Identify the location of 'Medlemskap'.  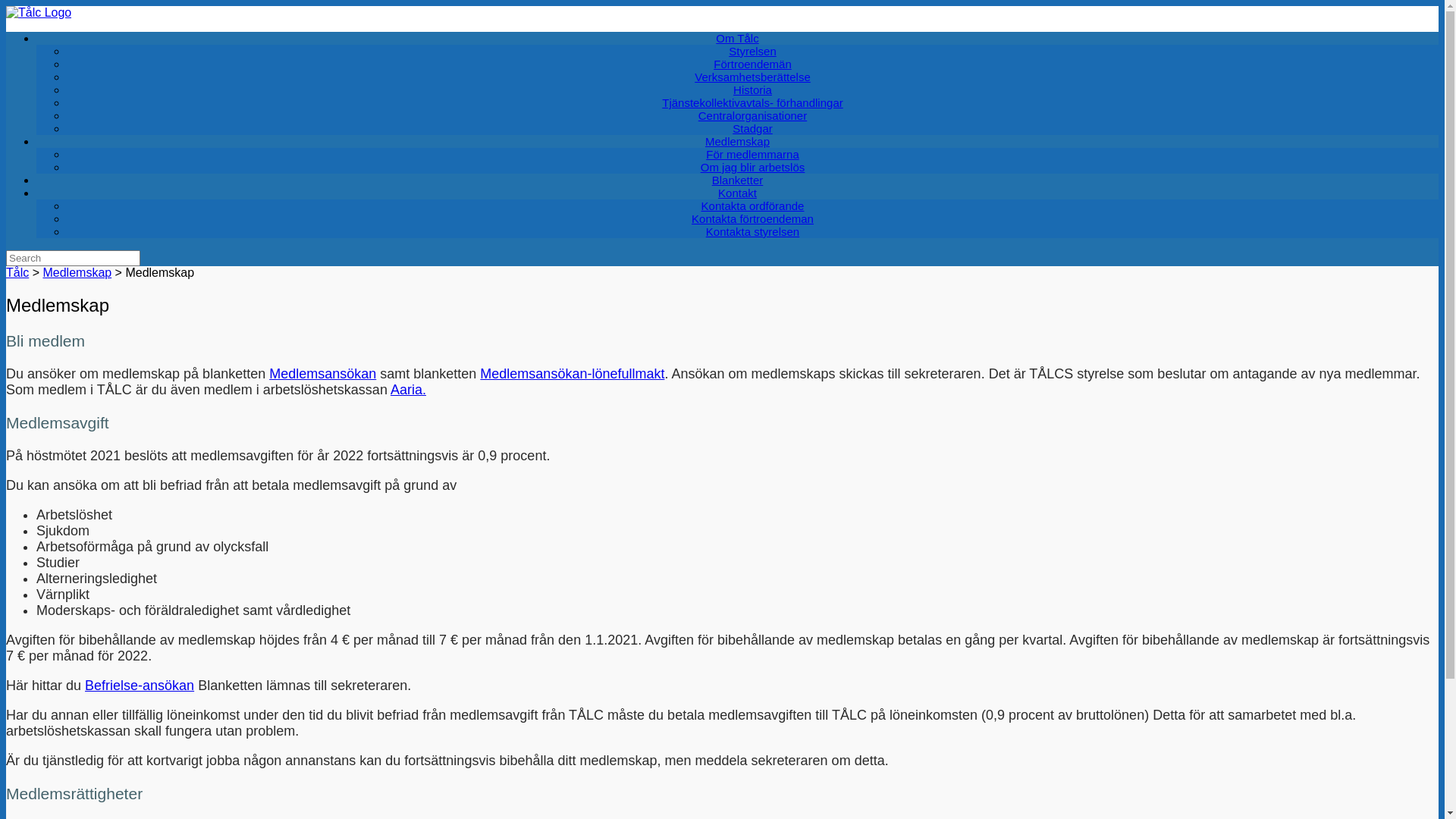
(76, 271).